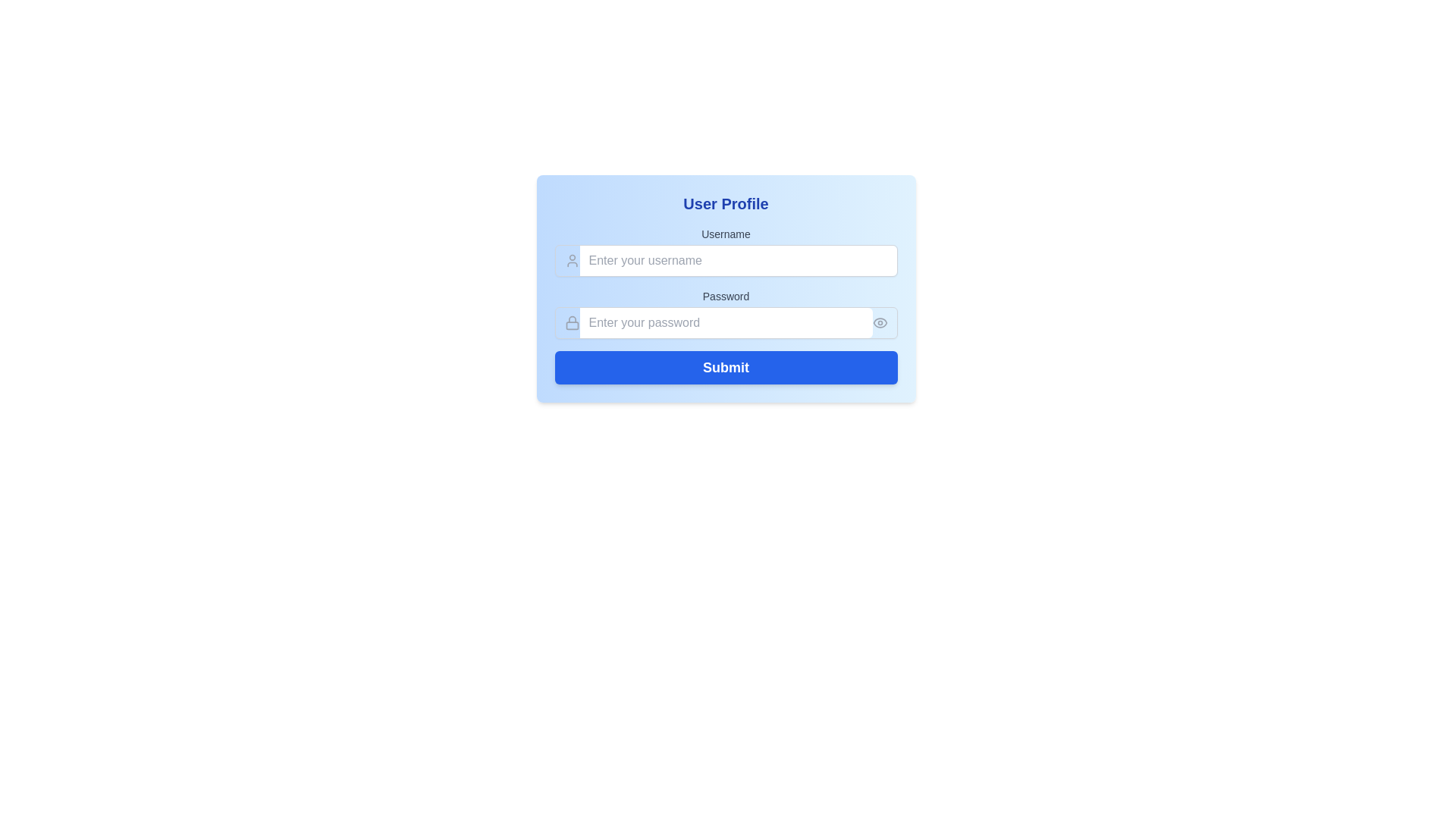  I want to click on the Text label that indicates the password input field, which is positioned above the password entry box and aligned to its left edge, so click(725, 296).